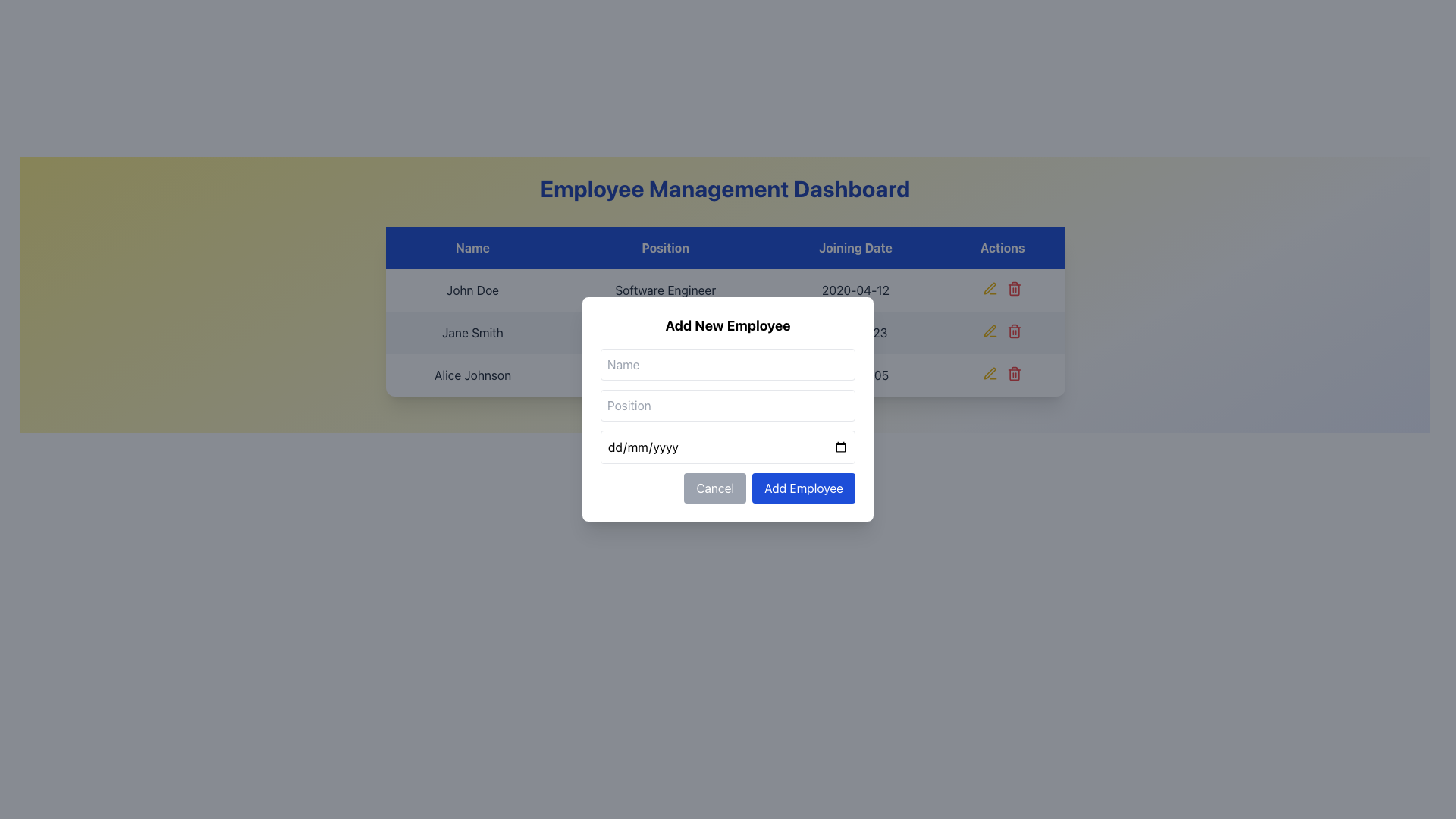  I want to click on the pen icon button in the 'Actions' column of the first row in the 'Employee Management Dashboard' to initiate an edit action, so click(990, 289).